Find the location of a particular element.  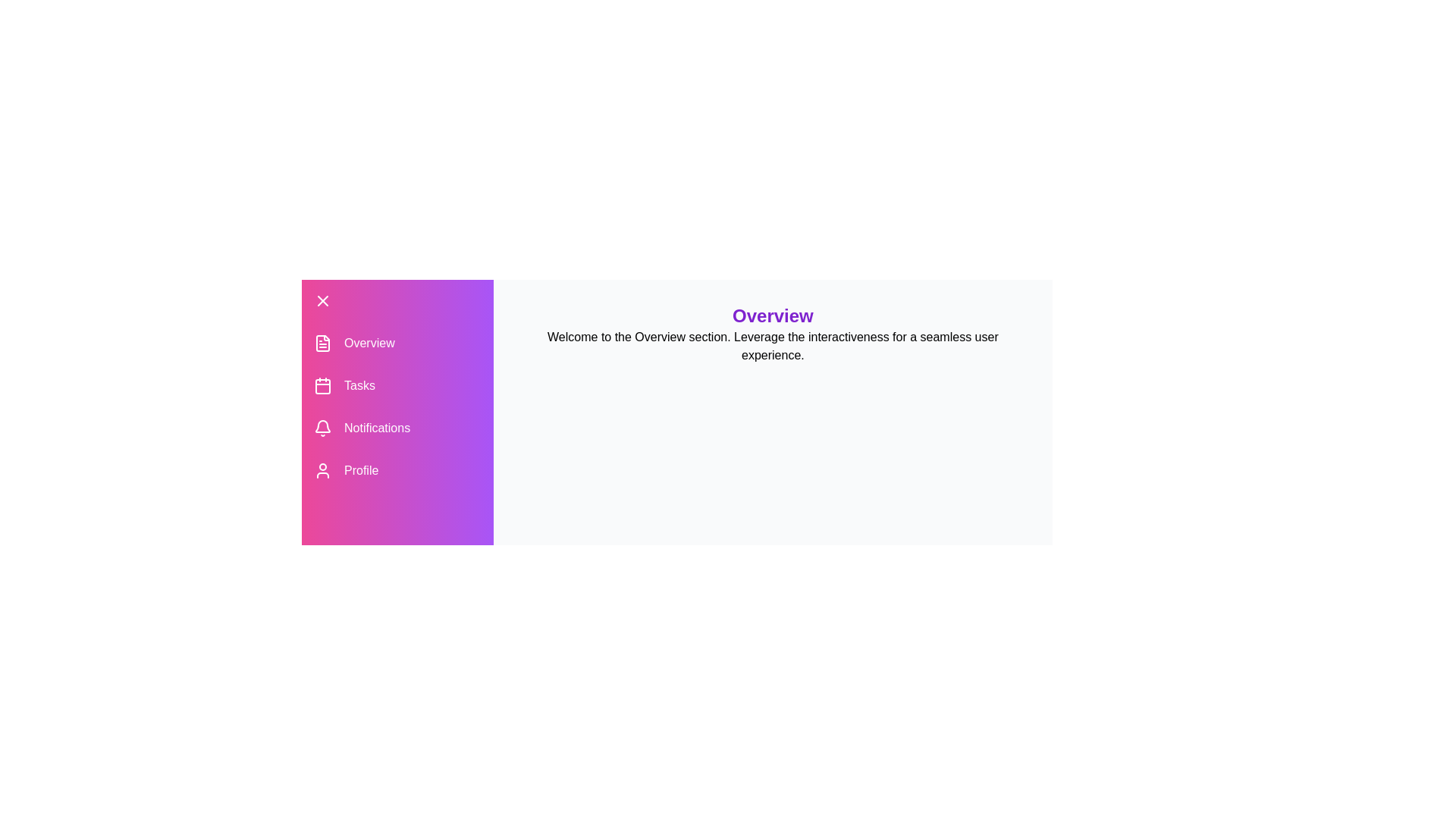

the Notifications section in the drawer is located at coordinates (397, 428).